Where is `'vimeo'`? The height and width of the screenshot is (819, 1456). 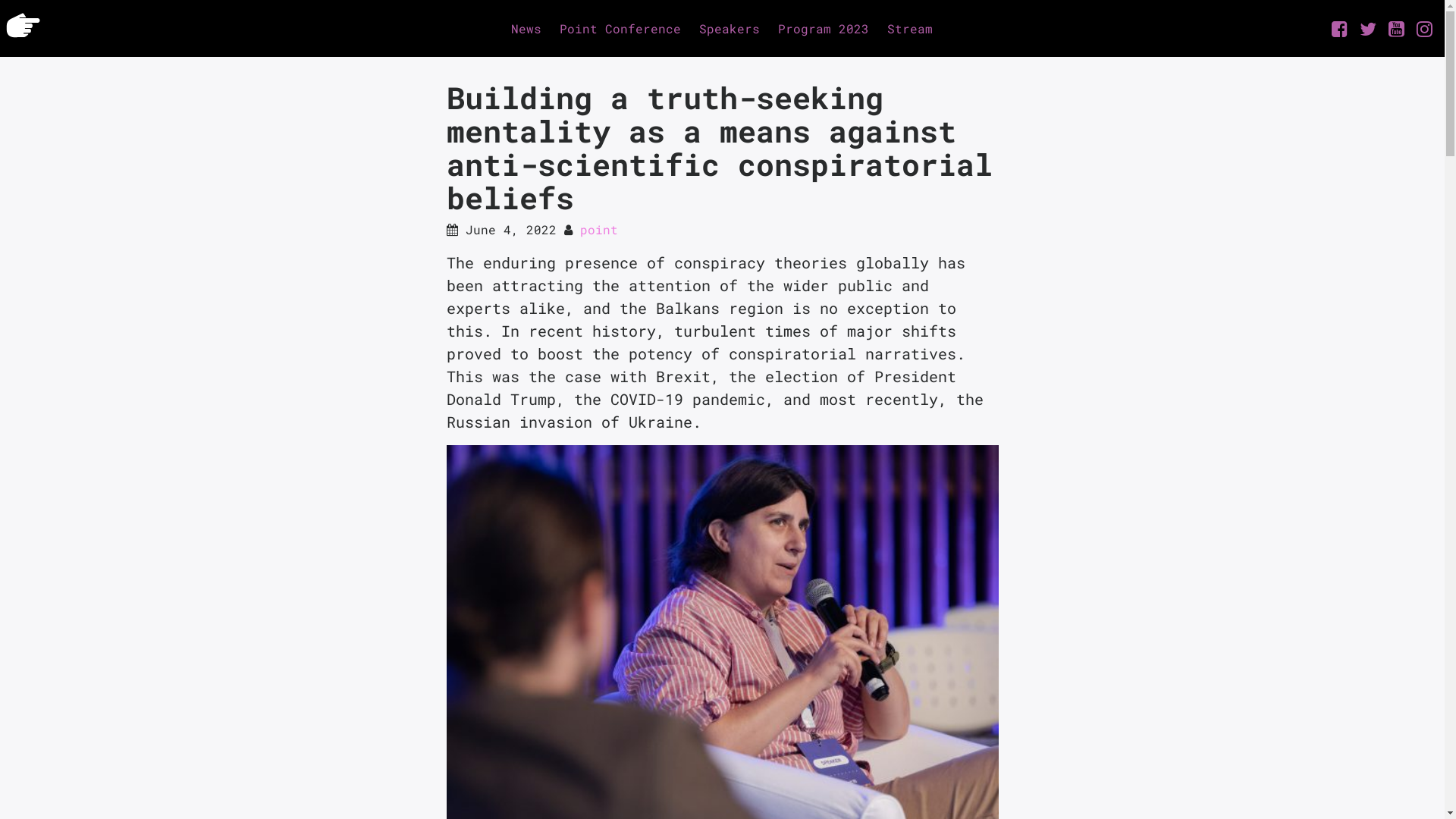 'vimeo' is located at coordinates (1423, 29).